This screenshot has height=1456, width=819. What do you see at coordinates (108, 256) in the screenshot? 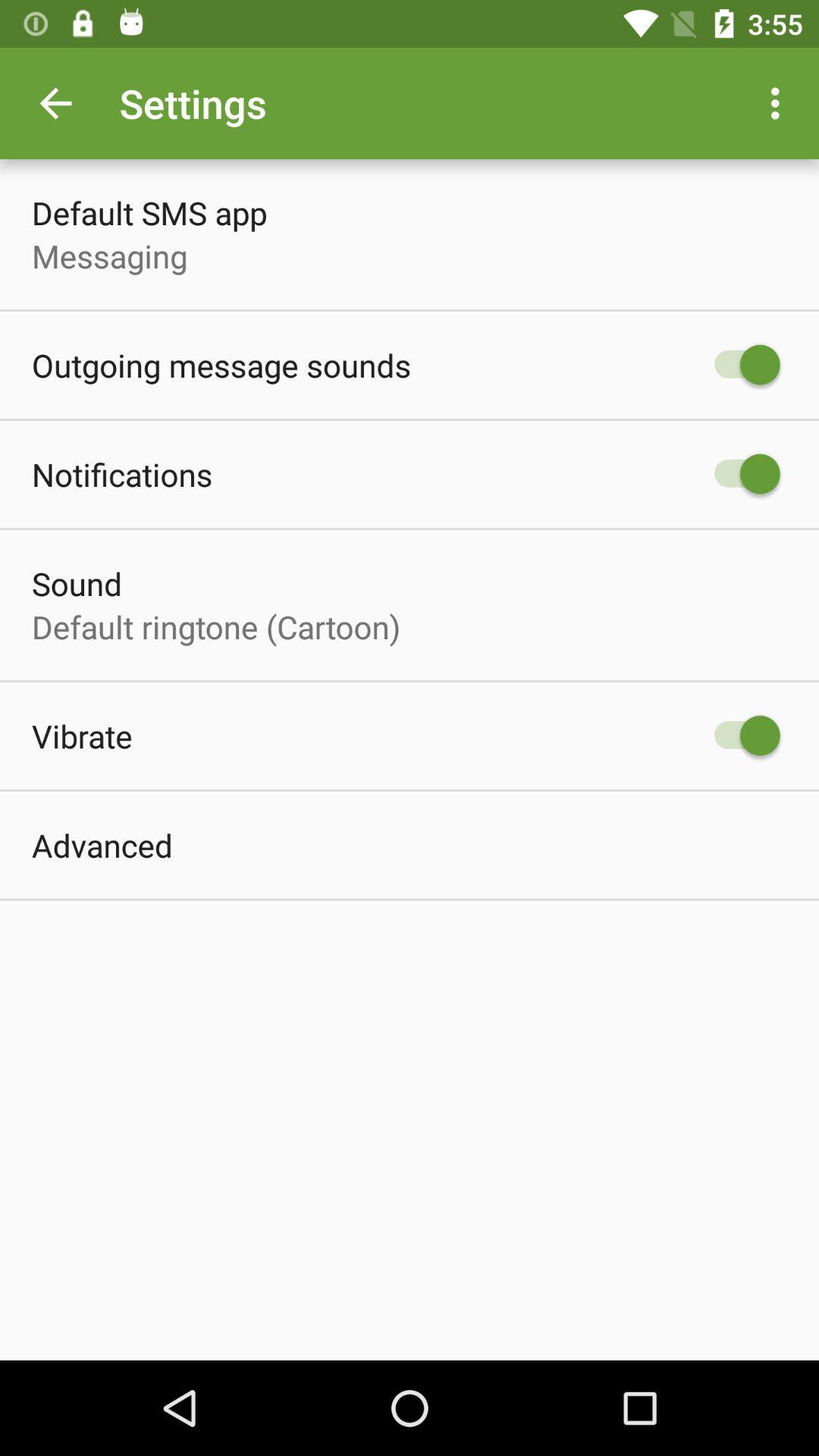
I see `messaging item` at bounding box center [108, 256].